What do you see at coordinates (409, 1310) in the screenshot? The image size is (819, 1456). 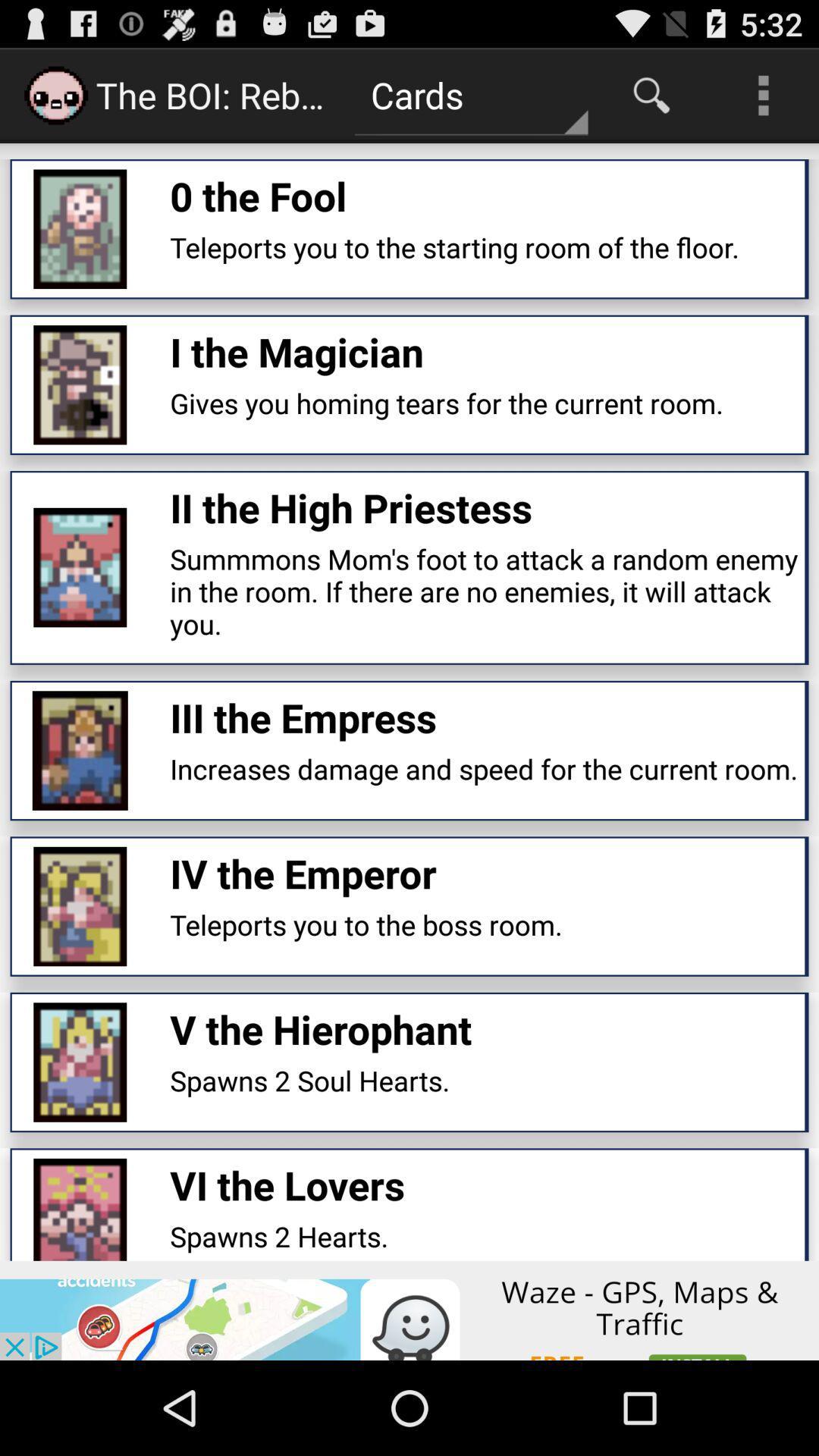 I see `click the advertisement` at bounding box center [409, 1310].